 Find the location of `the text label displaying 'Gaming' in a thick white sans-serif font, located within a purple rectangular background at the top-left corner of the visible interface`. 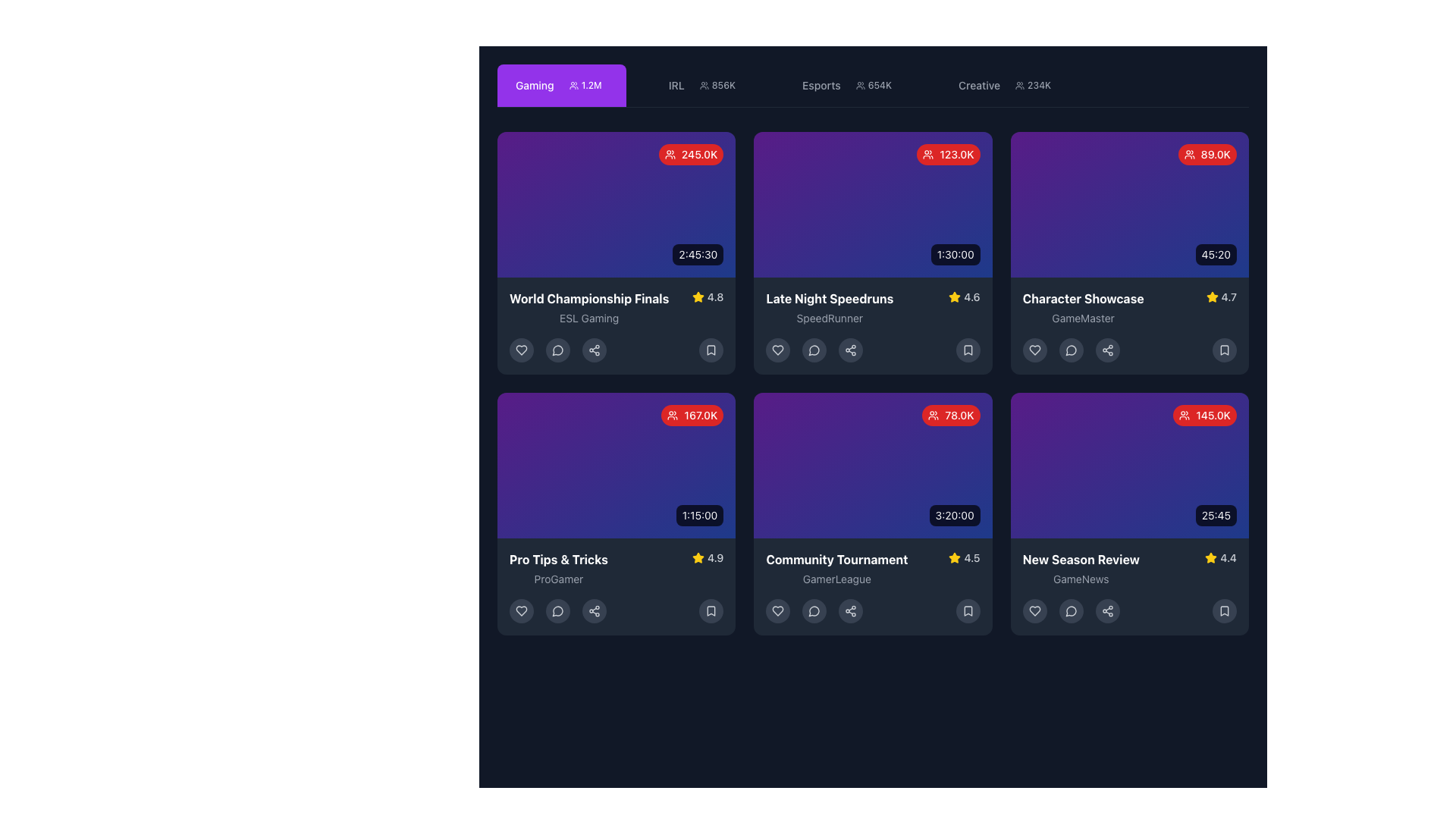

the text label displaying 'Gaming' in a thick white sans-serif font, located within a purple rectangular background at the top-left corner of the visible interface is located at coordinates (535, 85).